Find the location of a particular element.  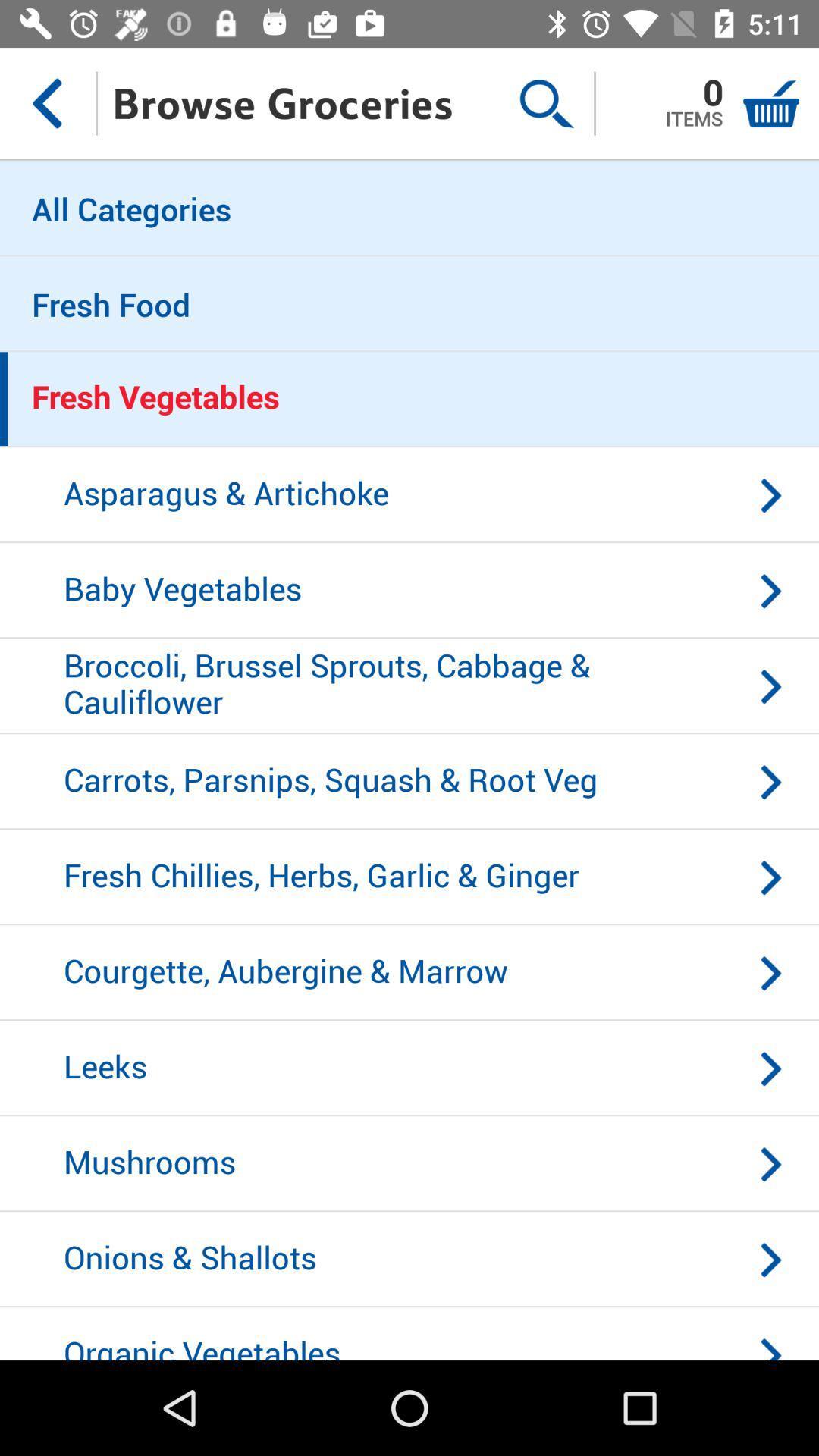

the baby vegetables item is located at coordinates (409, 590).